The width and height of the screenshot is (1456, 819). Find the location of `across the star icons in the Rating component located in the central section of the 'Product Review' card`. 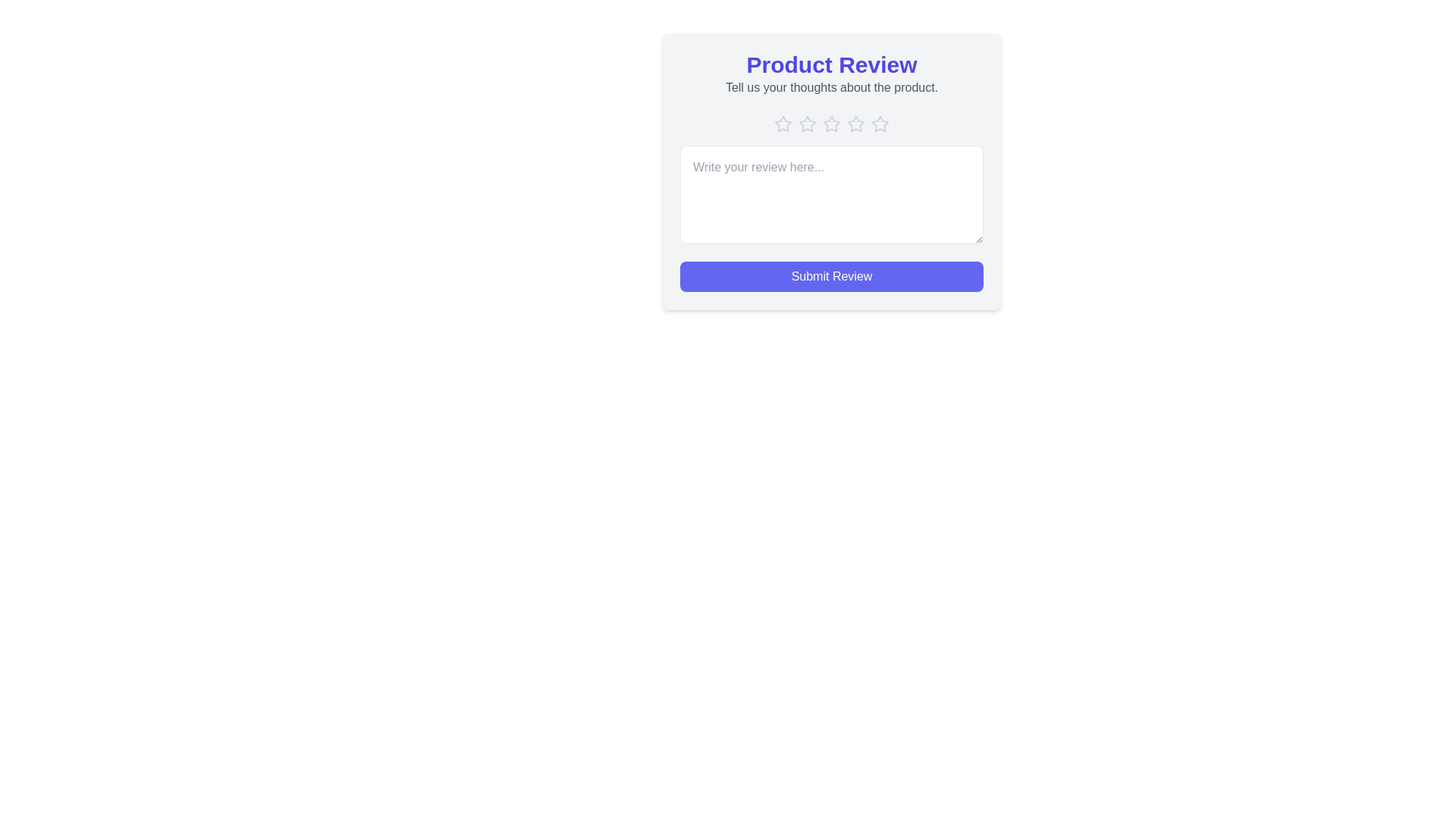

across the star icons in the Rating component located in the central section of the 'Product Review' card is located at coordinates (831, 124).